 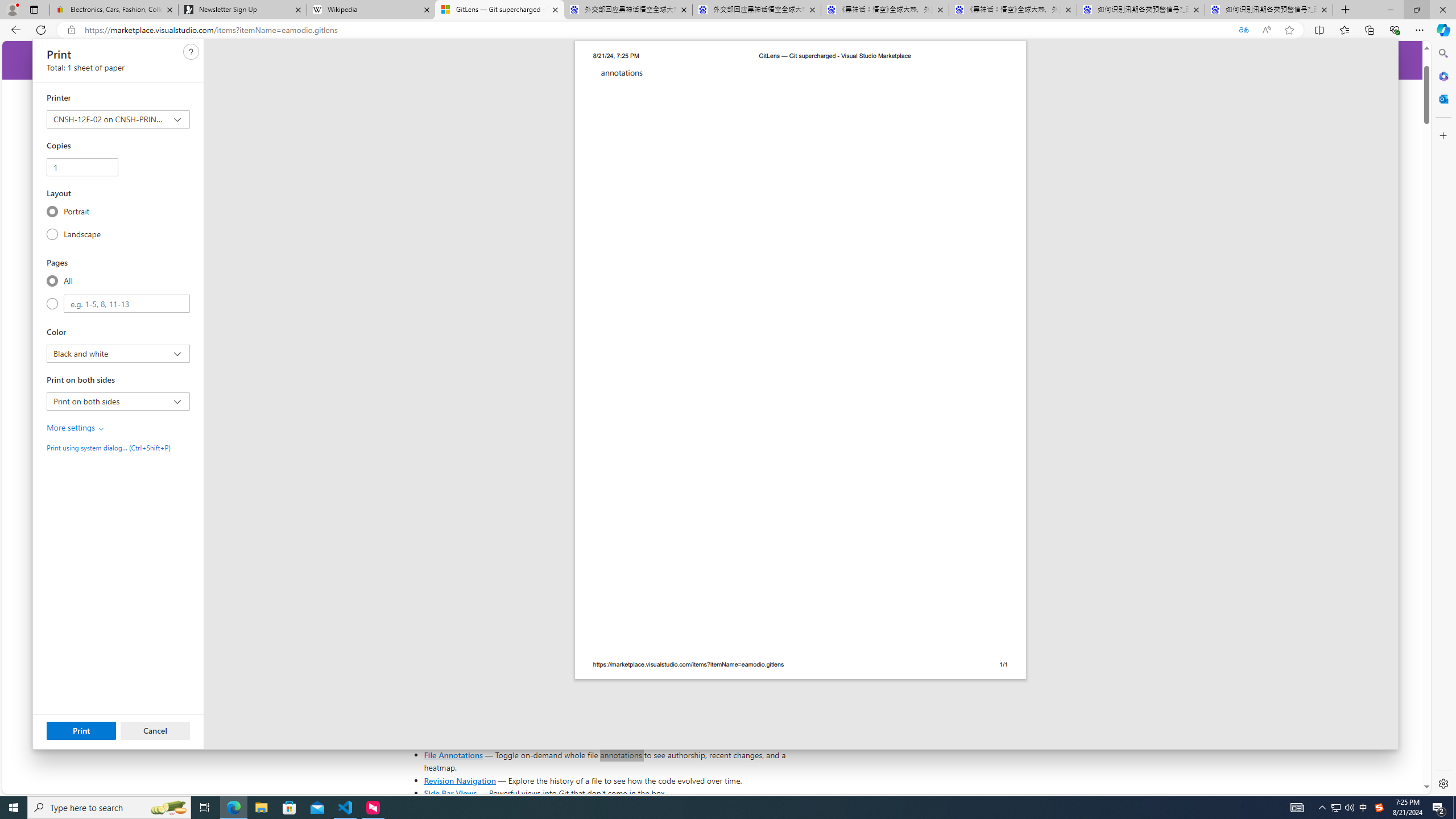 I want to click on 'Printer CNSH-12F-02 on CNSH-PRINT-01', so click(x=118, y=119).